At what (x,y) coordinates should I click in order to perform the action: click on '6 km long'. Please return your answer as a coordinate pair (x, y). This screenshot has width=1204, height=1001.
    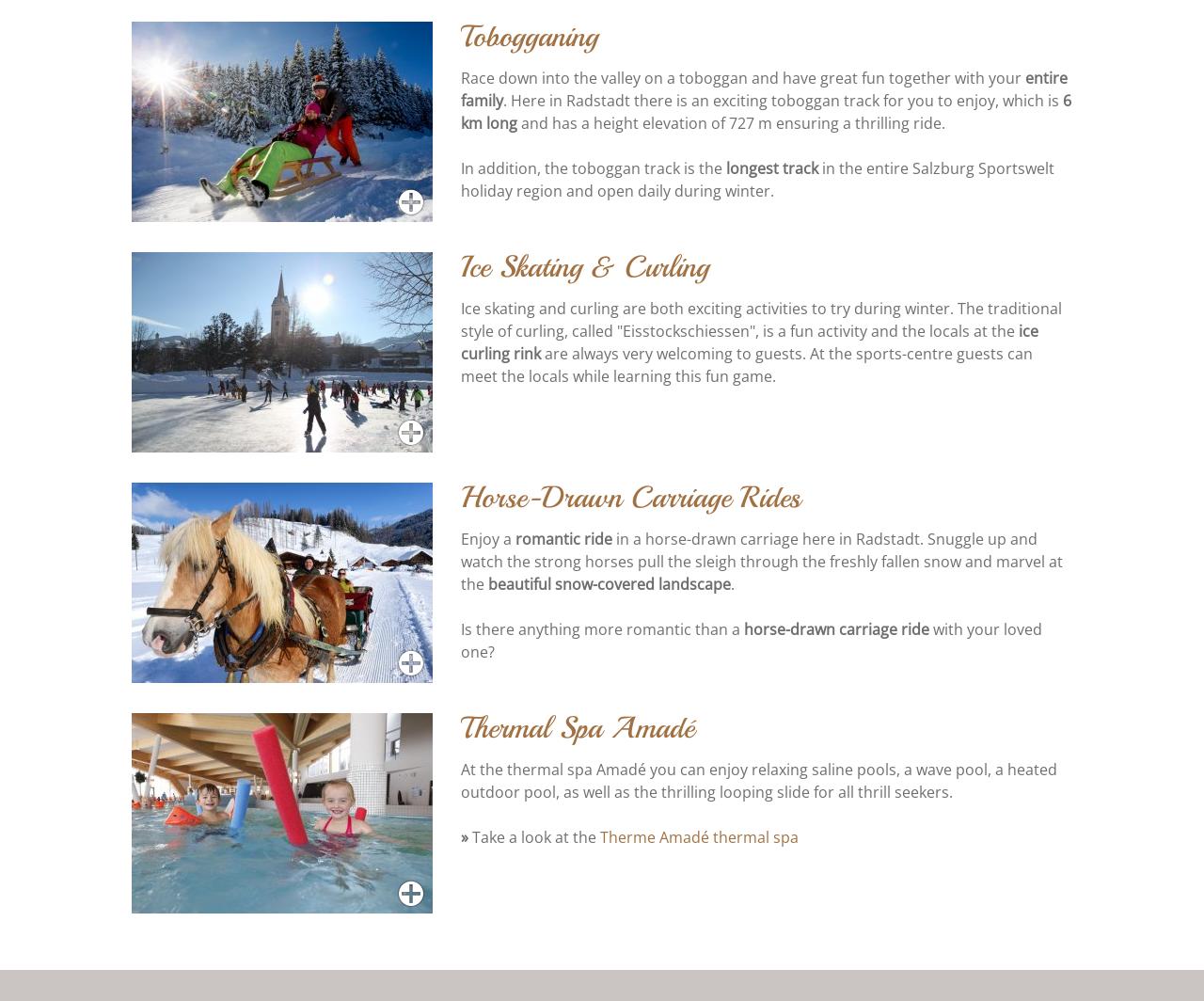
    Looking at the image, I should click on (460, 113).